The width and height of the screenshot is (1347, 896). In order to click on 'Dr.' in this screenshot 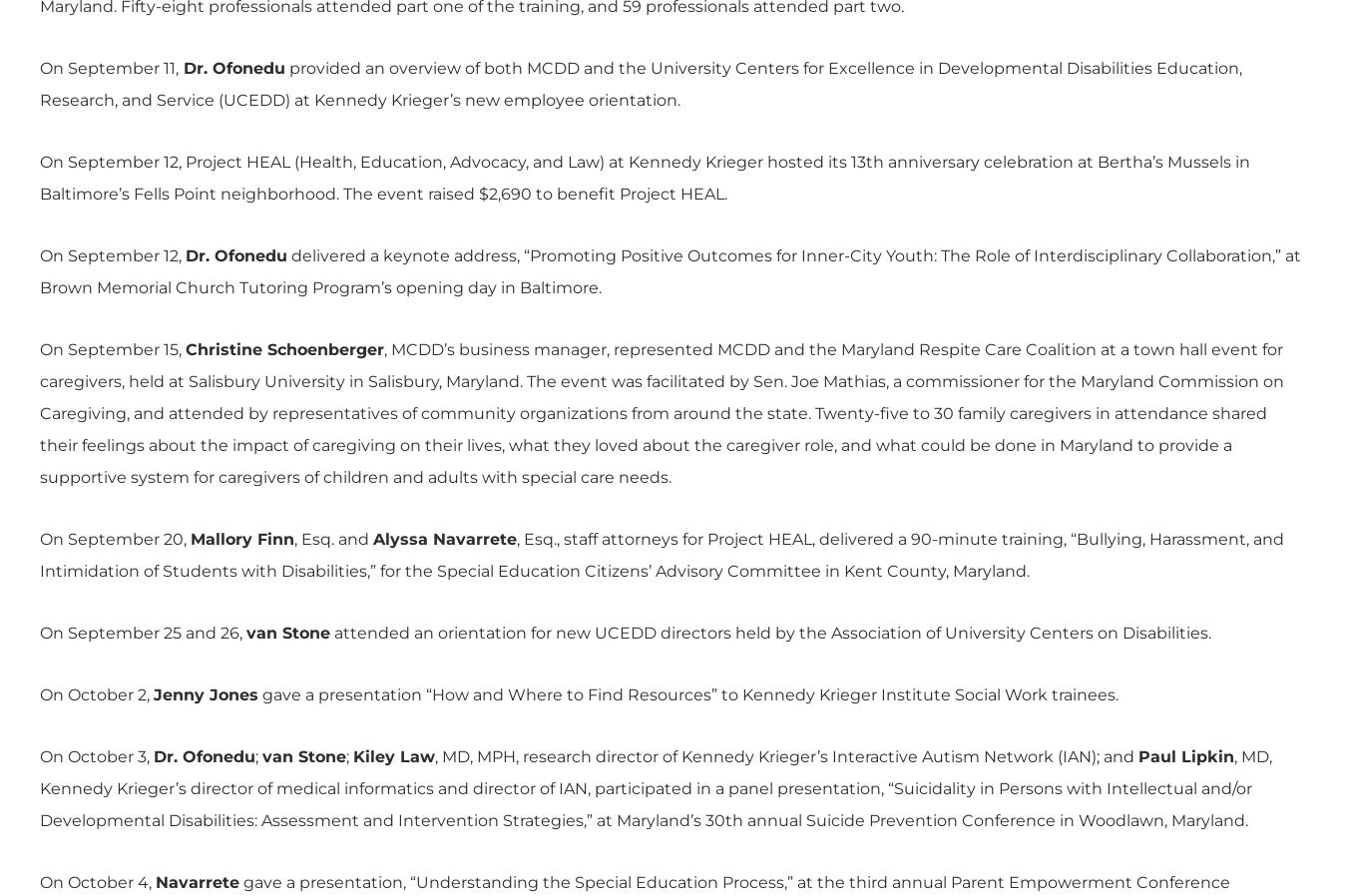, I will do `click(196, 67)`.